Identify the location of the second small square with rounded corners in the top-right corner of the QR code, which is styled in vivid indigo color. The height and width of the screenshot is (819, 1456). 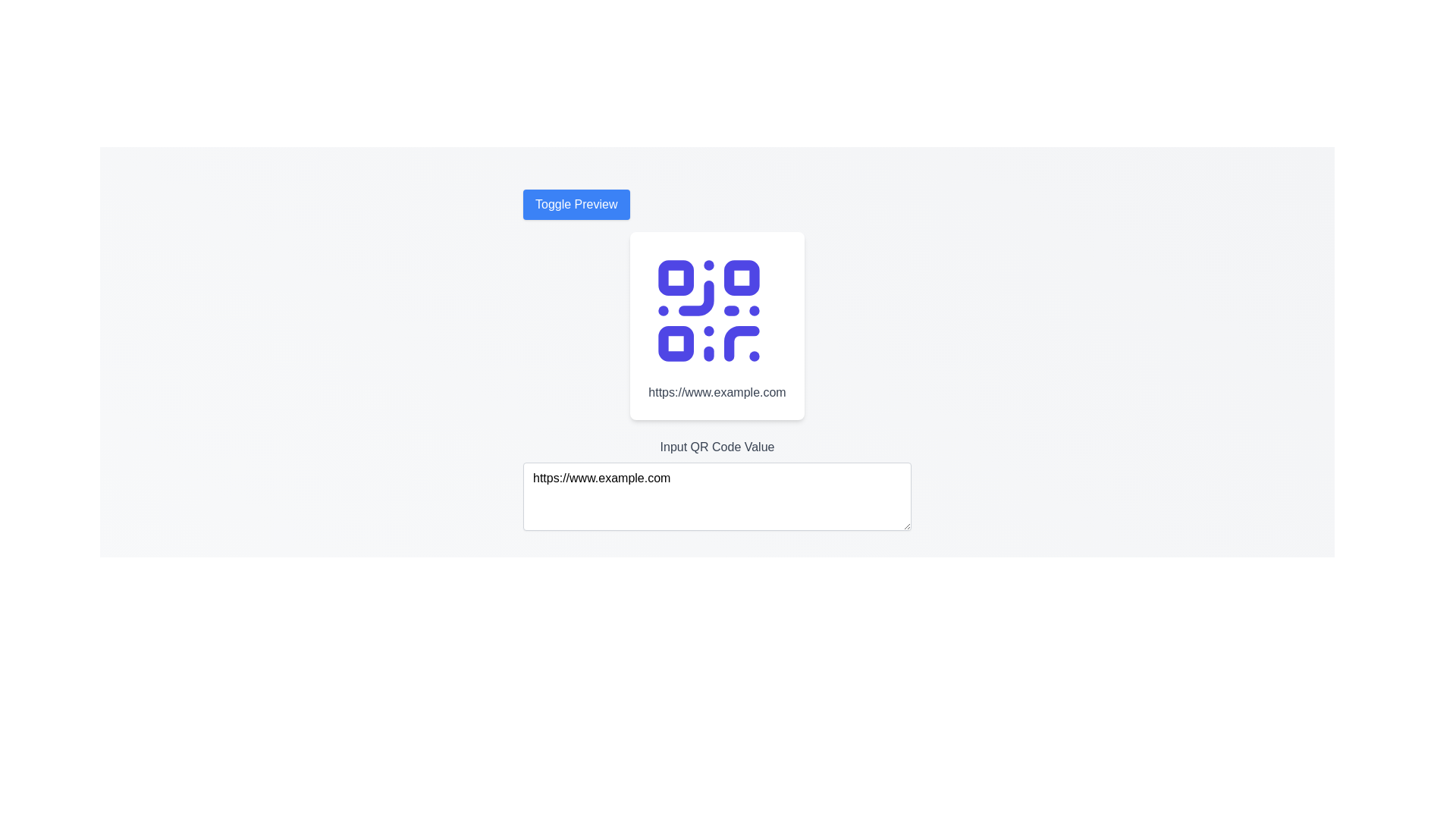
(742, 278).